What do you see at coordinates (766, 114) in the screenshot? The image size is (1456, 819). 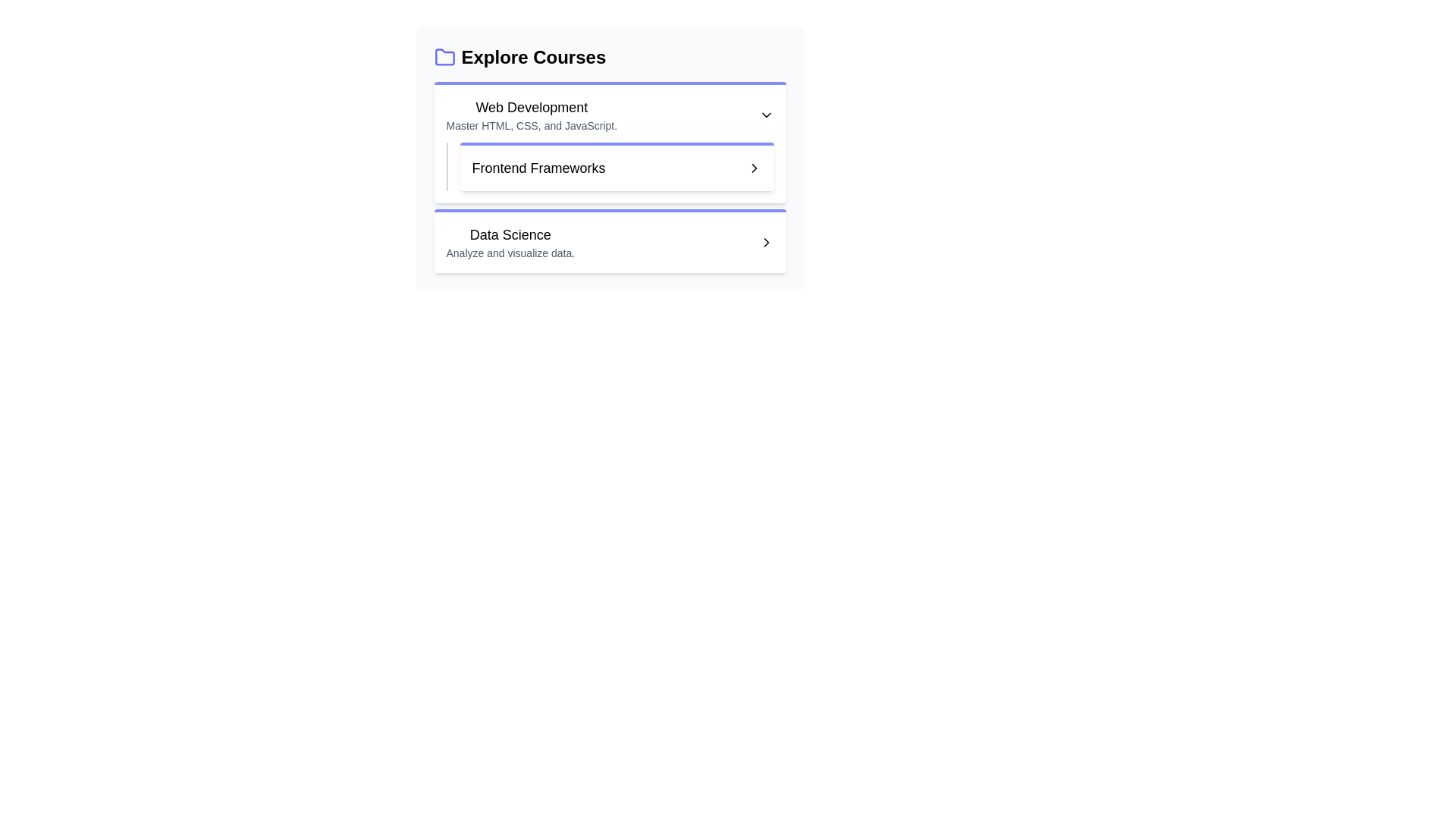 I see `the chevron-down icon located` at bounding box center [766, 114].